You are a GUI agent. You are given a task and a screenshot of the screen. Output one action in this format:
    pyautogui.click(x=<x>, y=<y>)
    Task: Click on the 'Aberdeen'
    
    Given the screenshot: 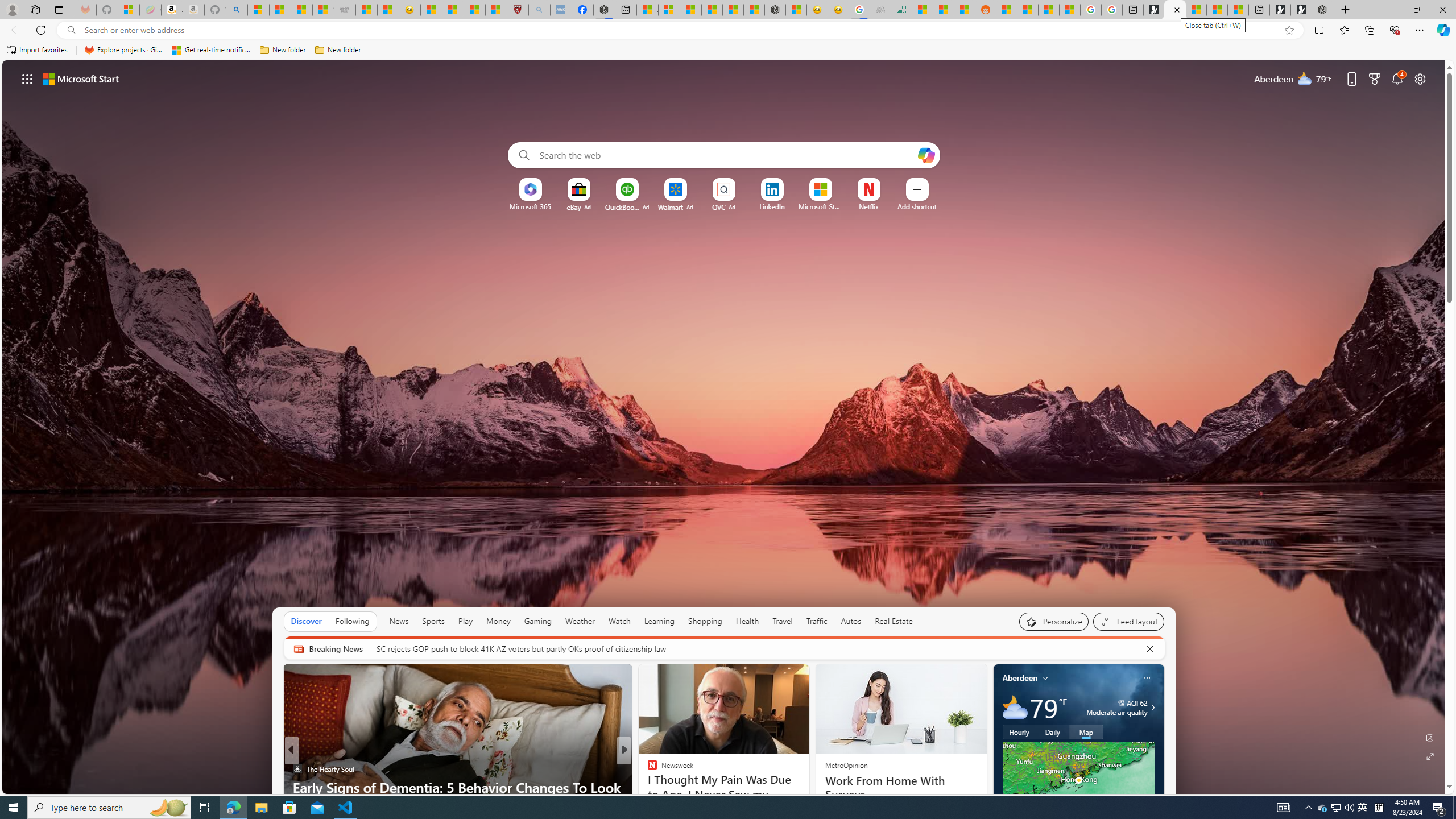 What is the action you would take?
    pyautogui.click(x=1020, y=677)
    